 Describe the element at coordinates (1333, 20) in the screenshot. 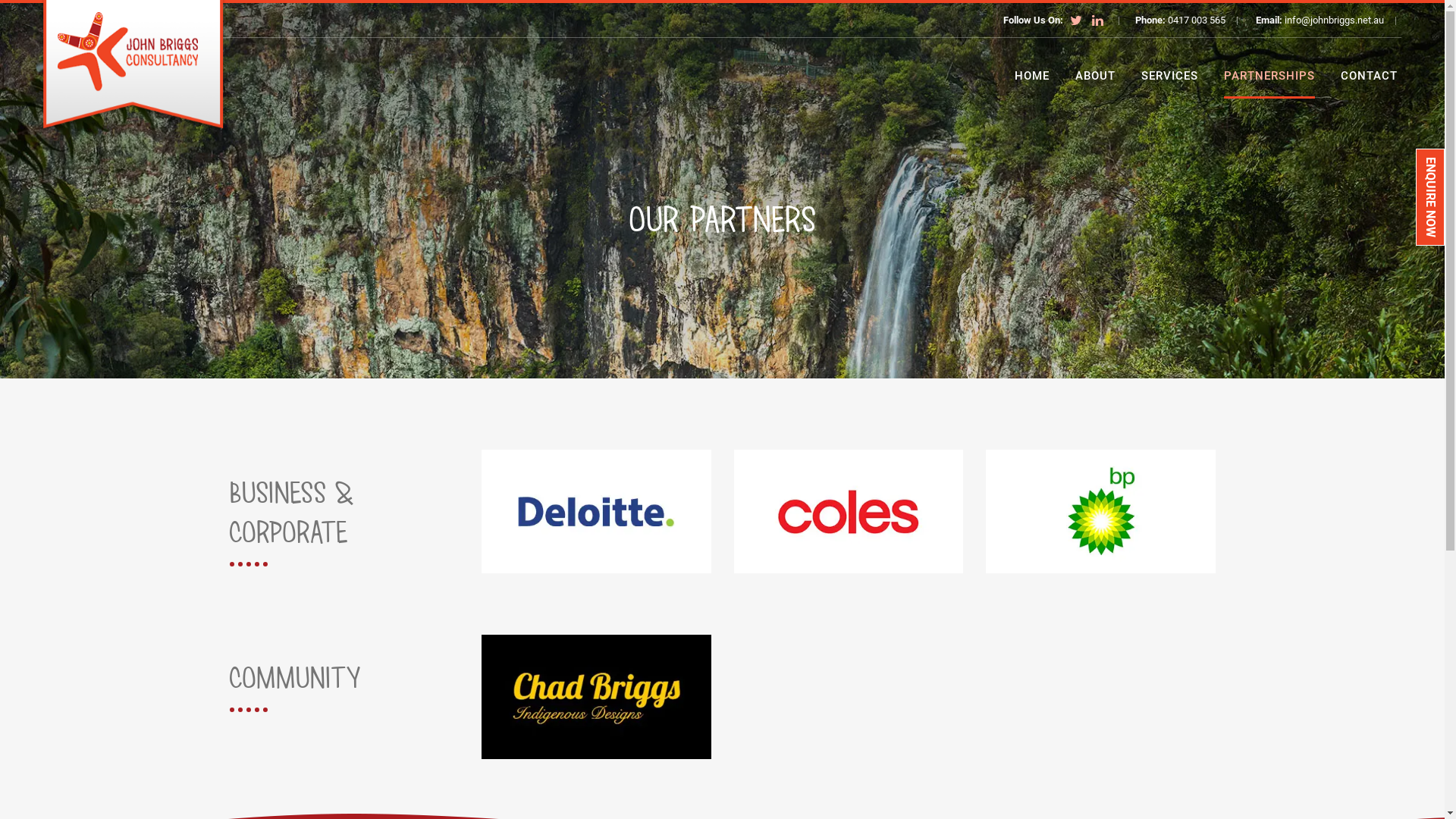

I see `'info@johnbriggs.net.au'` at that location.